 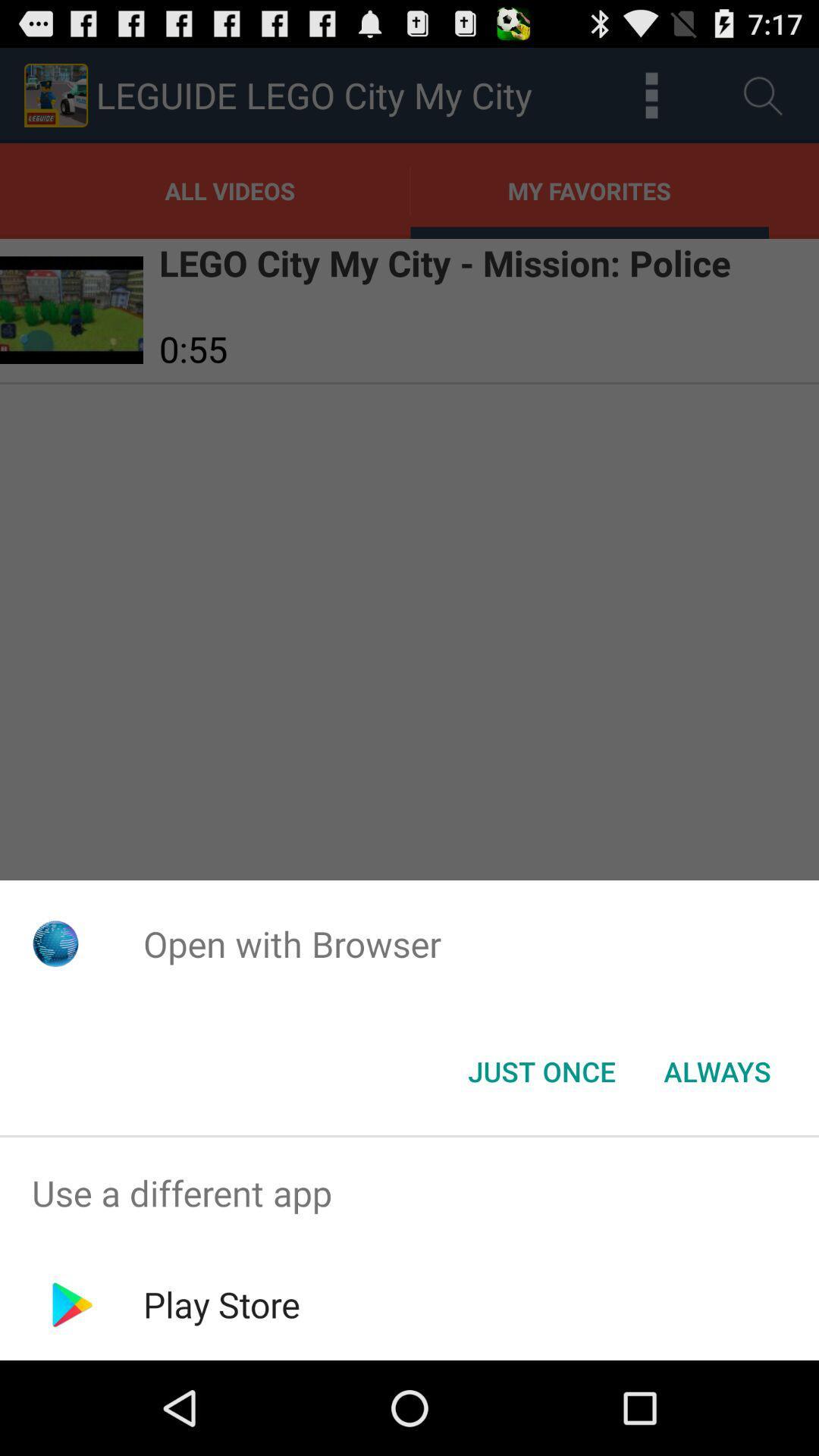 I want to click on the play store icon, so click(x=221, y=1304).